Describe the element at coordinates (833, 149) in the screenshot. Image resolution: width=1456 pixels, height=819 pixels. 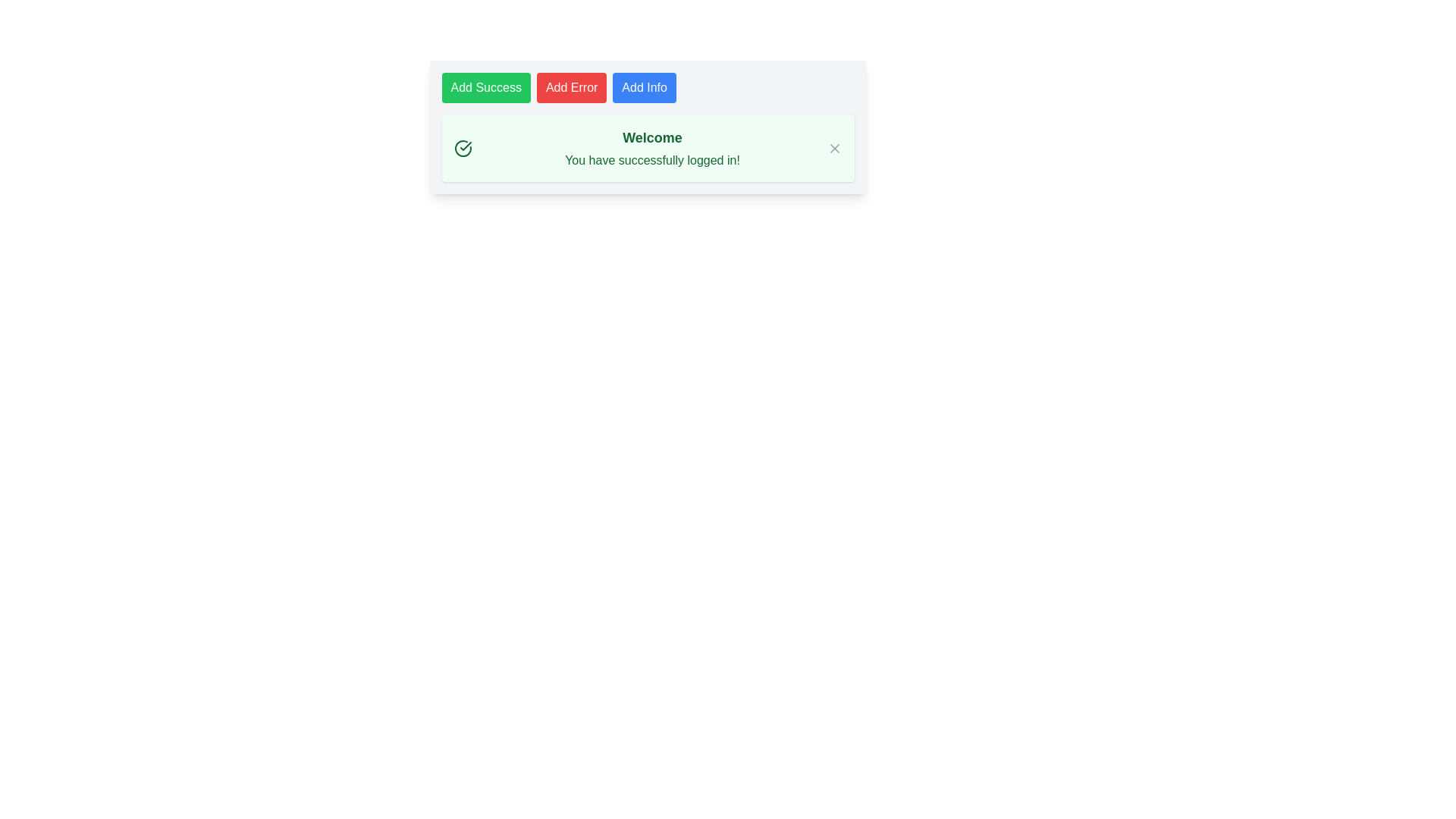
I see `the dismiss button located at the far-right side of the green notification box` at that location.